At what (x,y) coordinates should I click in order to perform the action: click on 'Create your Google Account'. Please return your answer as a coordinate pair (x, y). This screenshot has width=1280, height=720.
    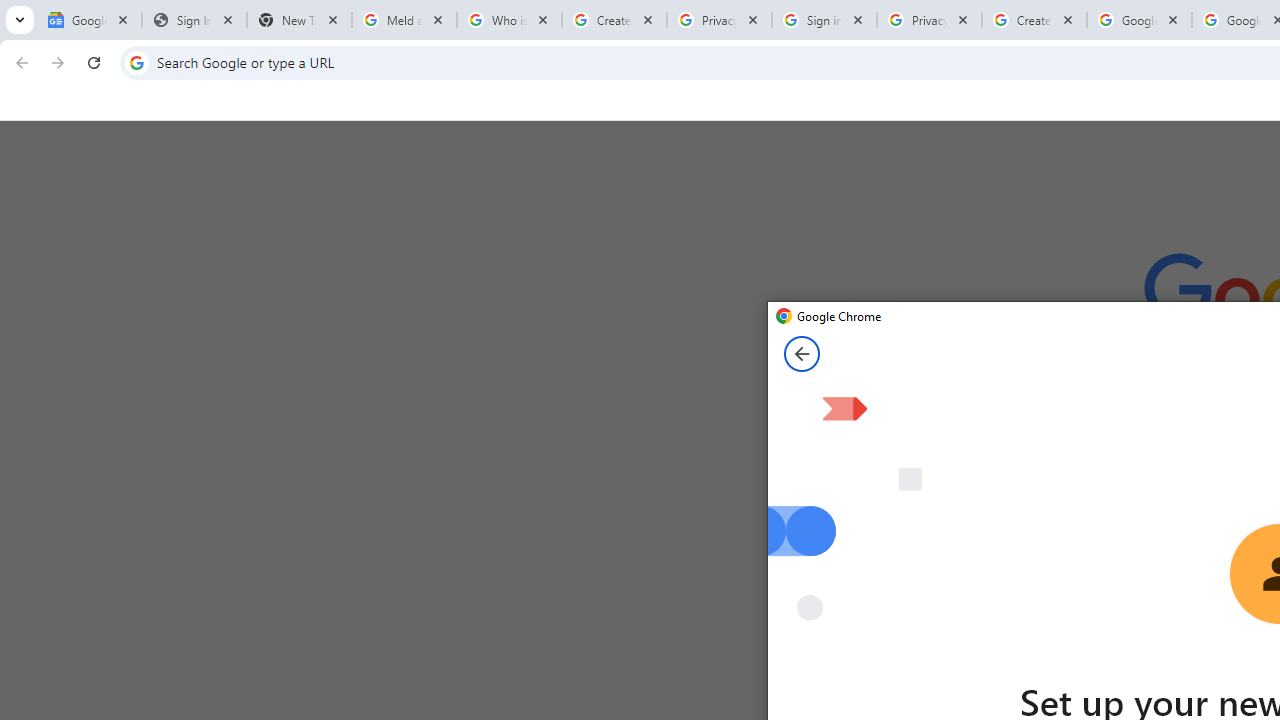
    Looking at the image, I should click on (1034, 20).